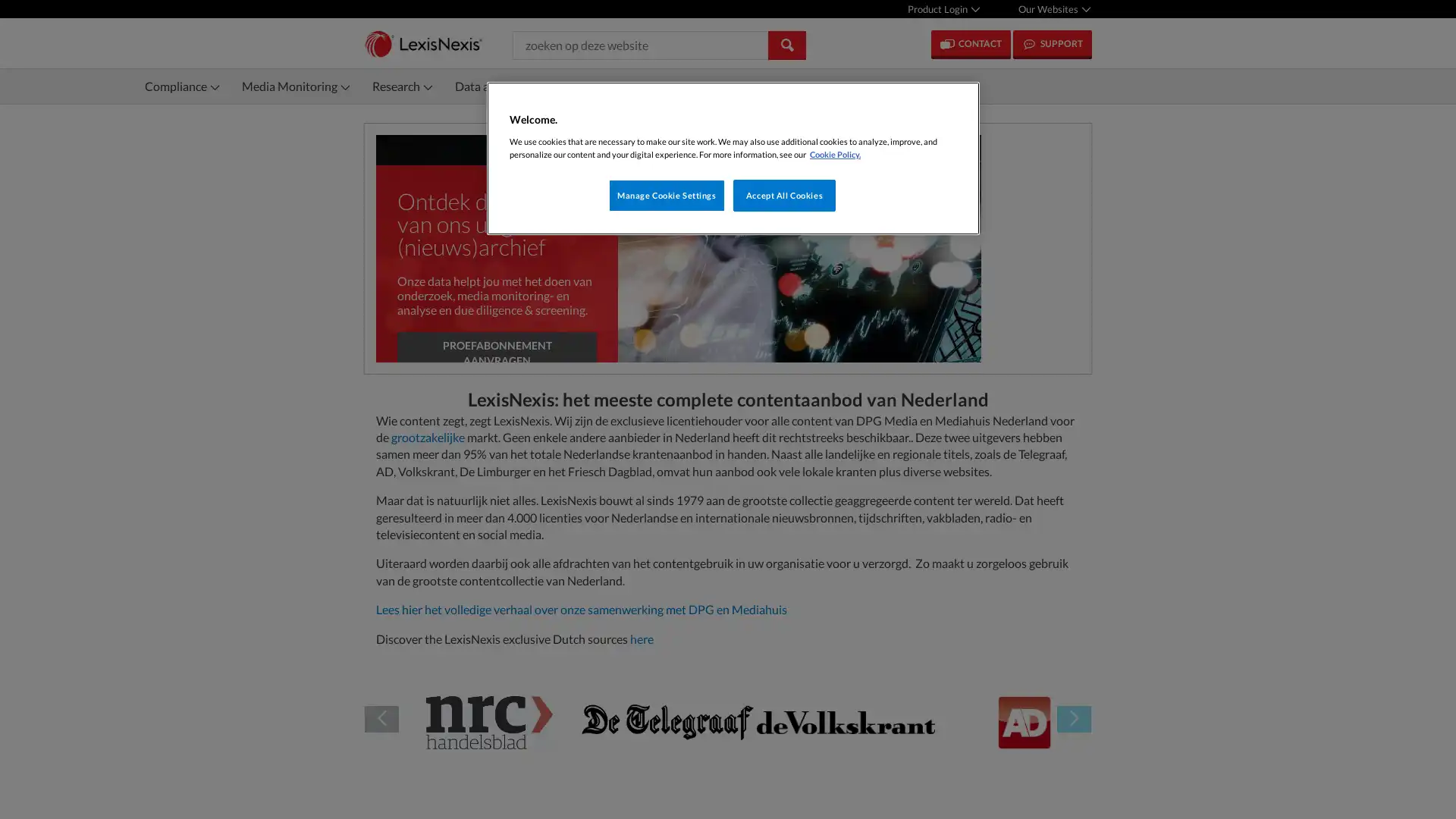  Describe the element at coordinates (786, 43) in the screenshot. I see `Search` at that location.